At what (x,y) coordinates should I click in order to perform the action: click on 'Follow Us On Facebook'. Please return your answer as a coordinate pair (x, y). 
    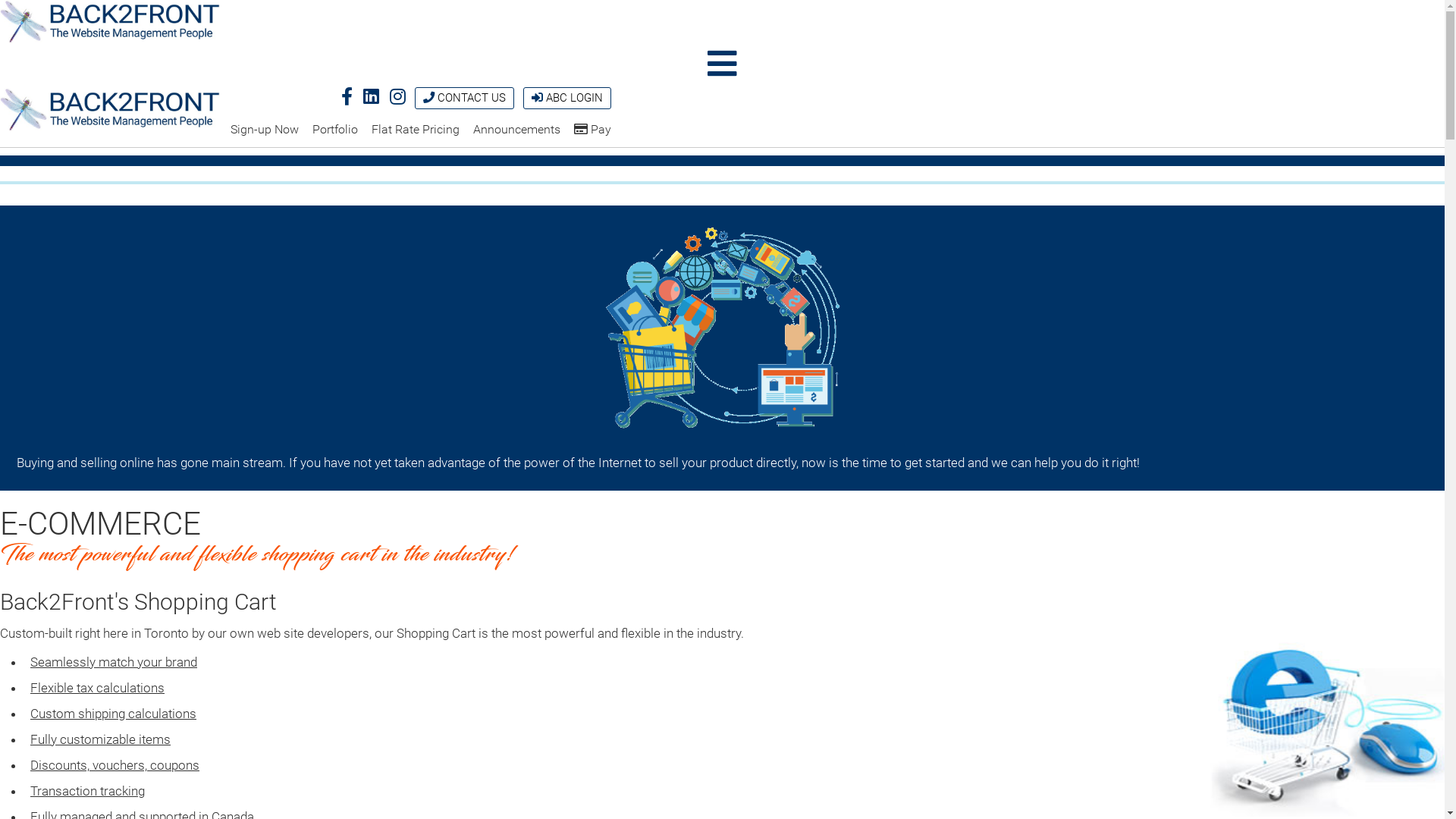
    Looking at the image, I should click on (346, 96).